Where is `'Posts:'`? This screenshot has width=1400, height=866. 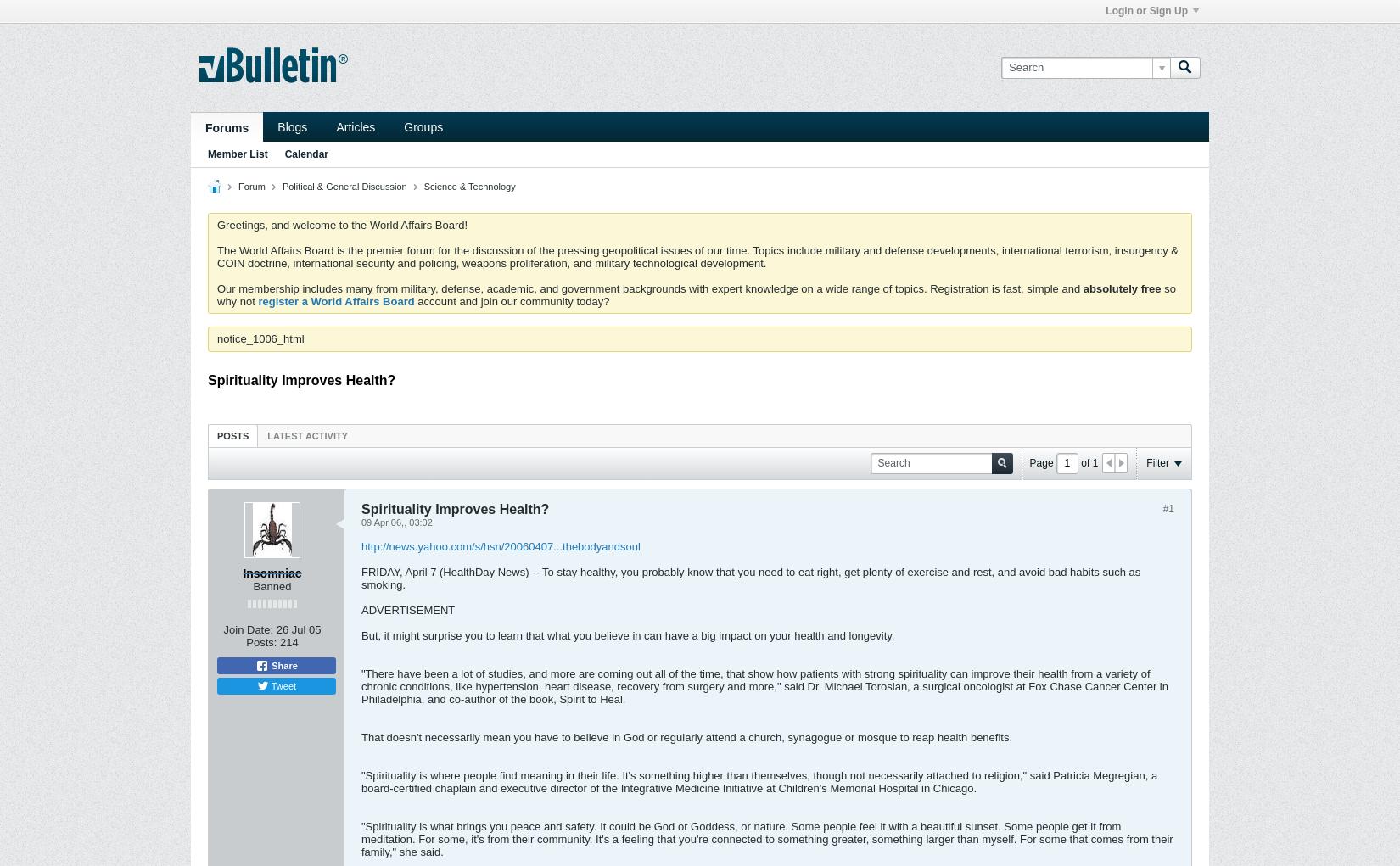
'Posts:' is located at coordinates (261, 641).